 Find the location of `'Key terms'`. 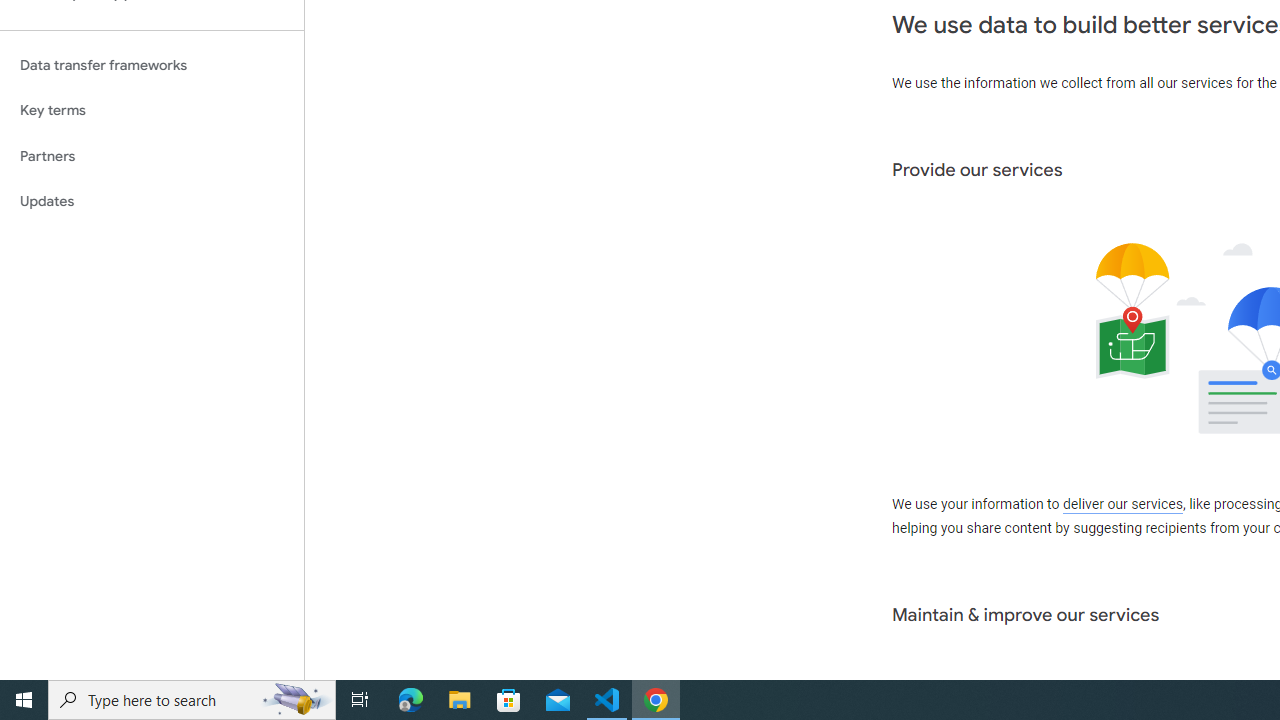

'Key terms' is located at coordinates (151, 110).